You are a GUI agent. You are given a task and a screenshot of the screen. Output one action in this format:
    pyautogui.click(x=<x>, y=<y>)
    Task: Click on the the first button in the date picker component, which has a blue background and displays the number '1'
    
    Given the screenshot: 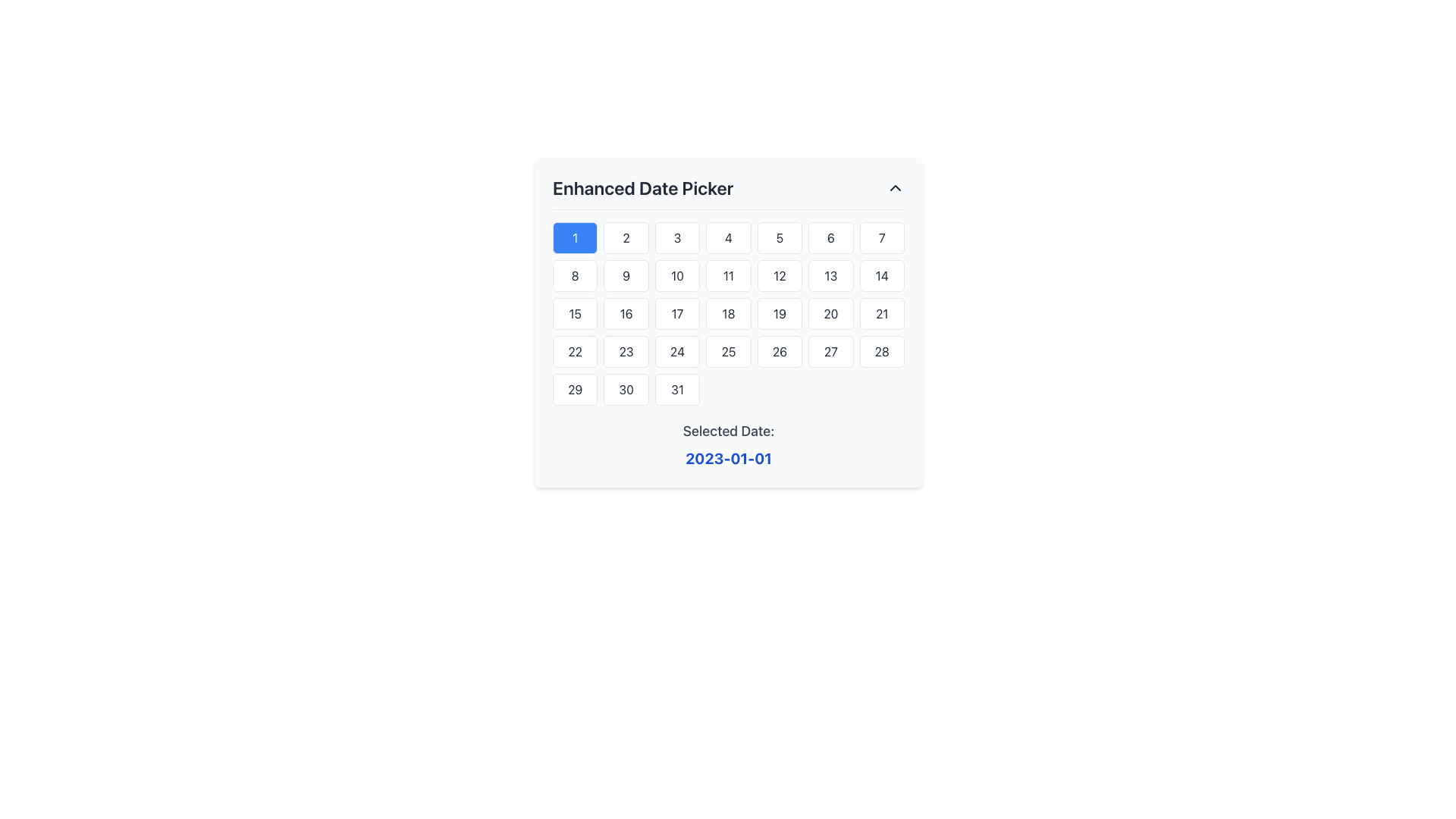 What is the action you would take?
    pyautogui.click(x=574, y=237)
    